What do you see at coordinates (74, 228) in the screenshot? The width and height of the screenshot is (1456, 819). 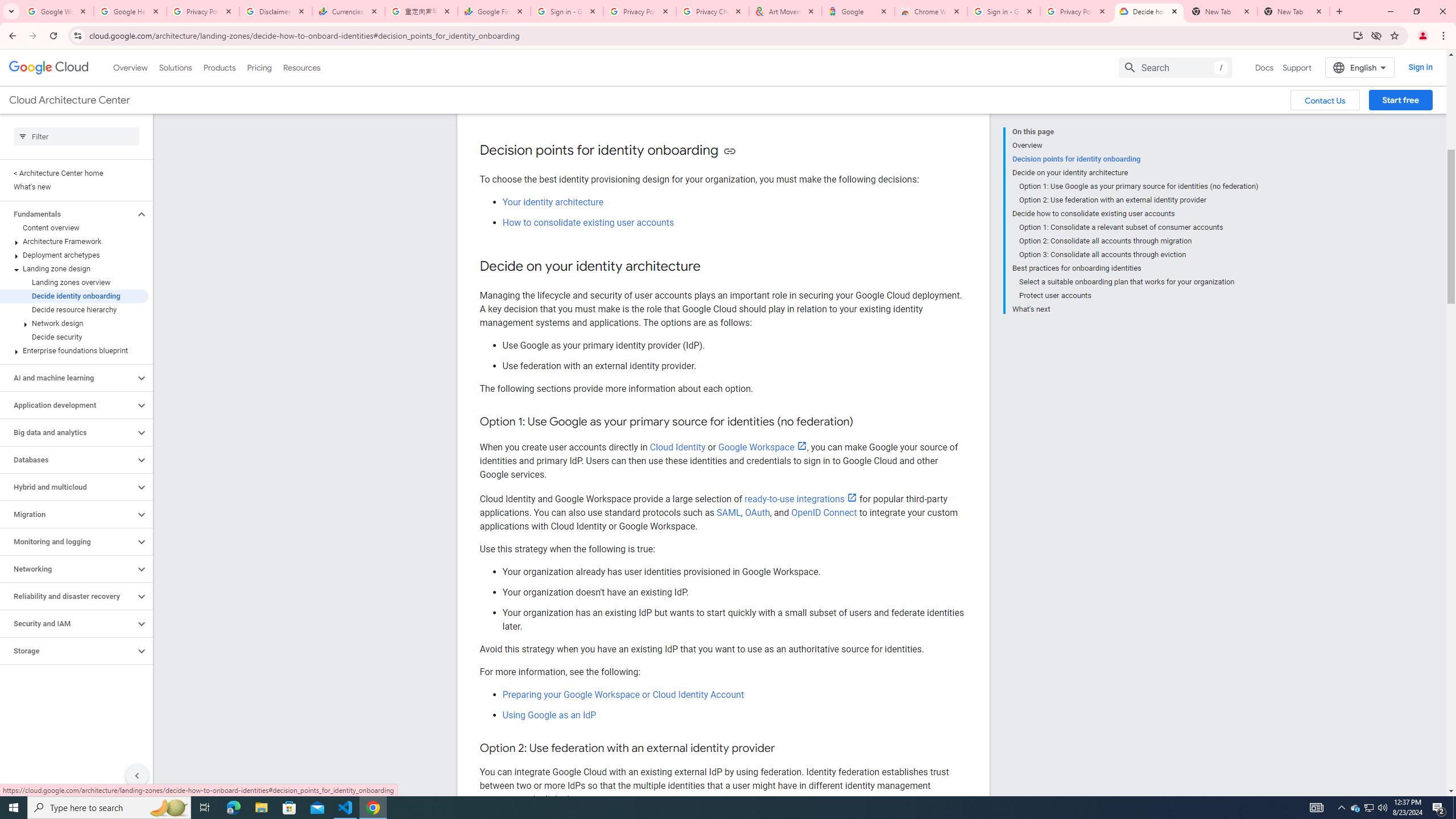 I see `'Content overview'` at bounding box center [74, 228].